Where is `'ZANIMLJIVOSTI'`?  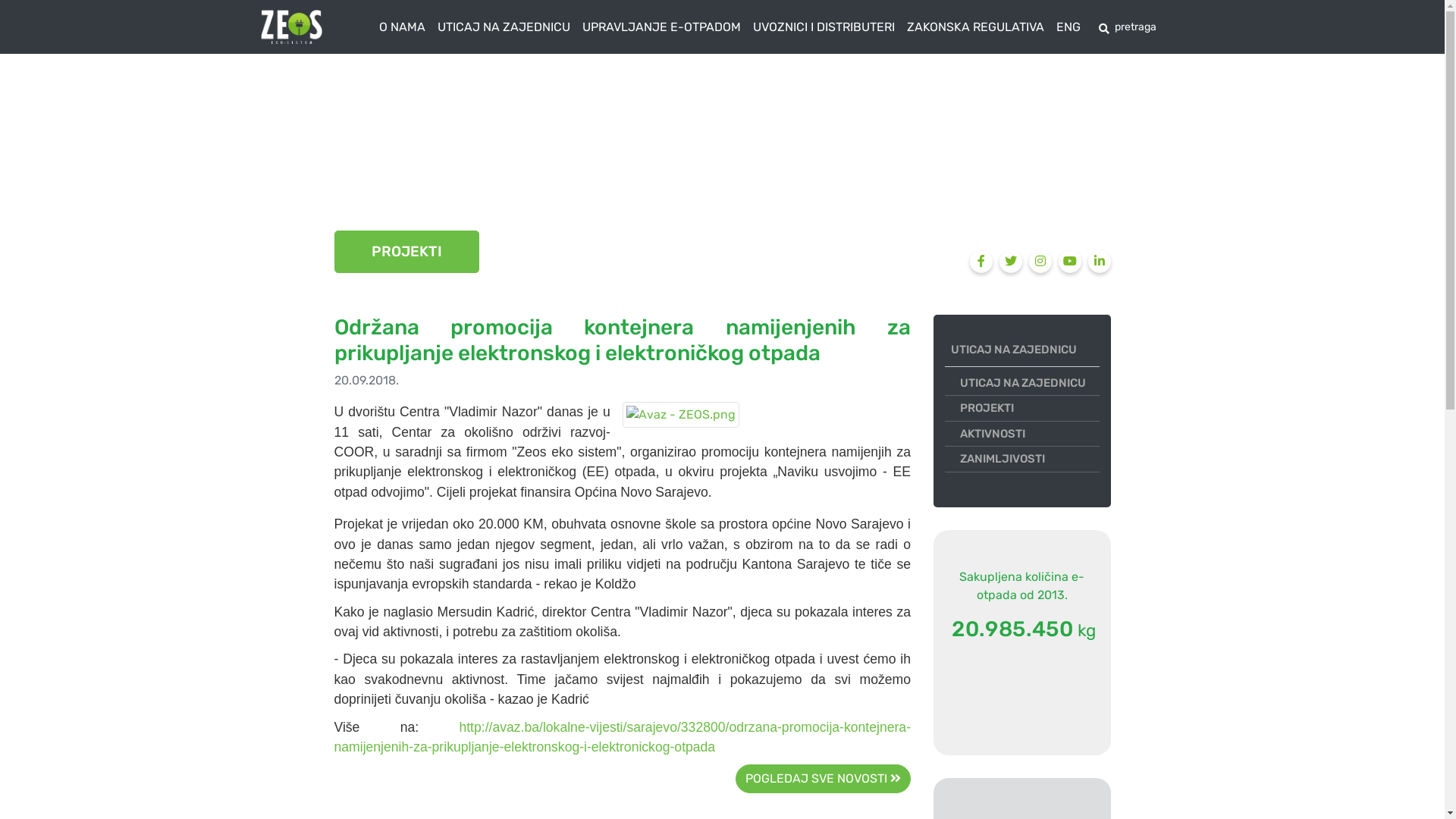
'ZANIMLJIVOSTI' is located at coordinates (1030, 458).